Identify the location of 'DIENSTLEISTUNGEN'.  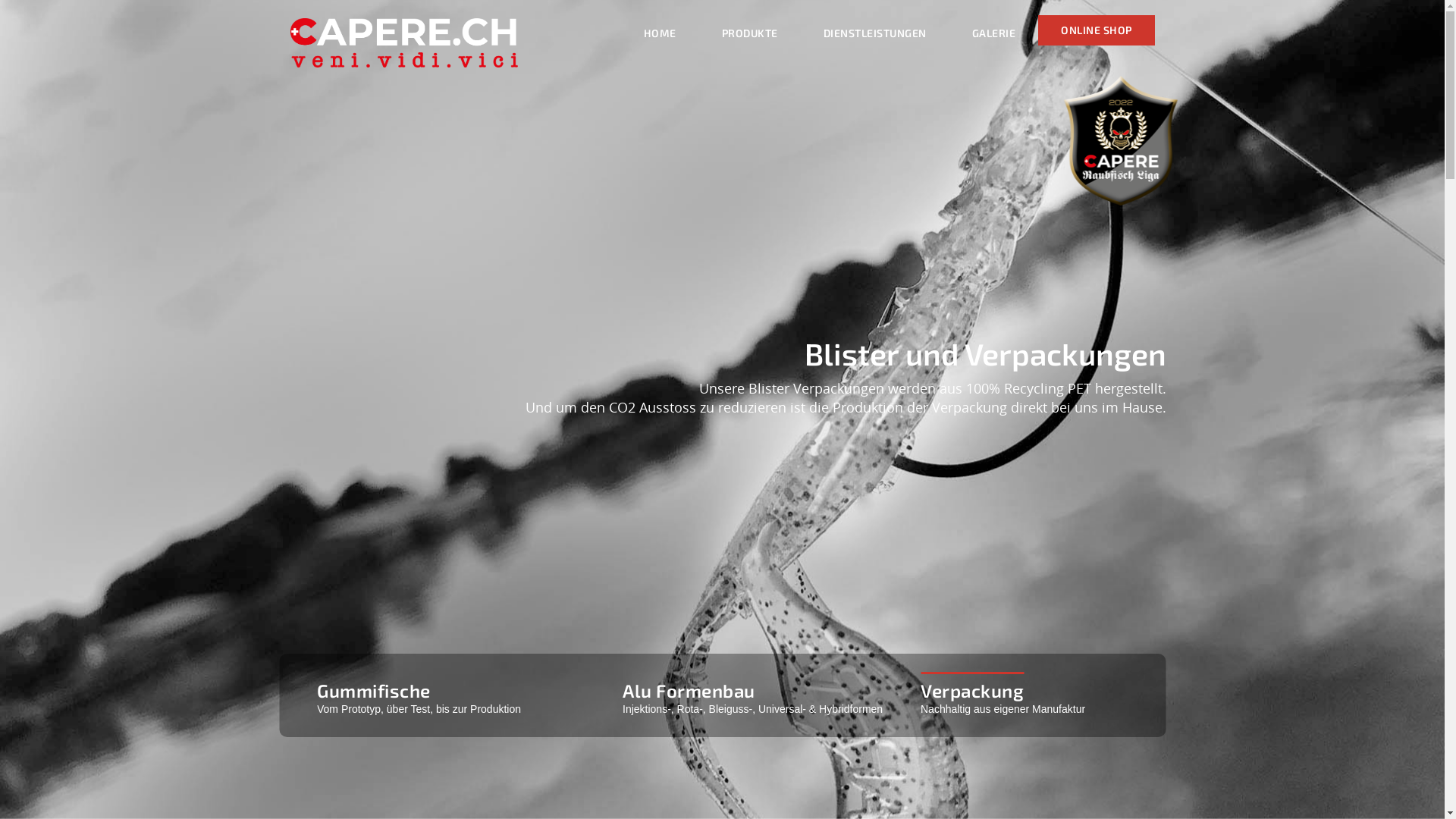
(874, 33).